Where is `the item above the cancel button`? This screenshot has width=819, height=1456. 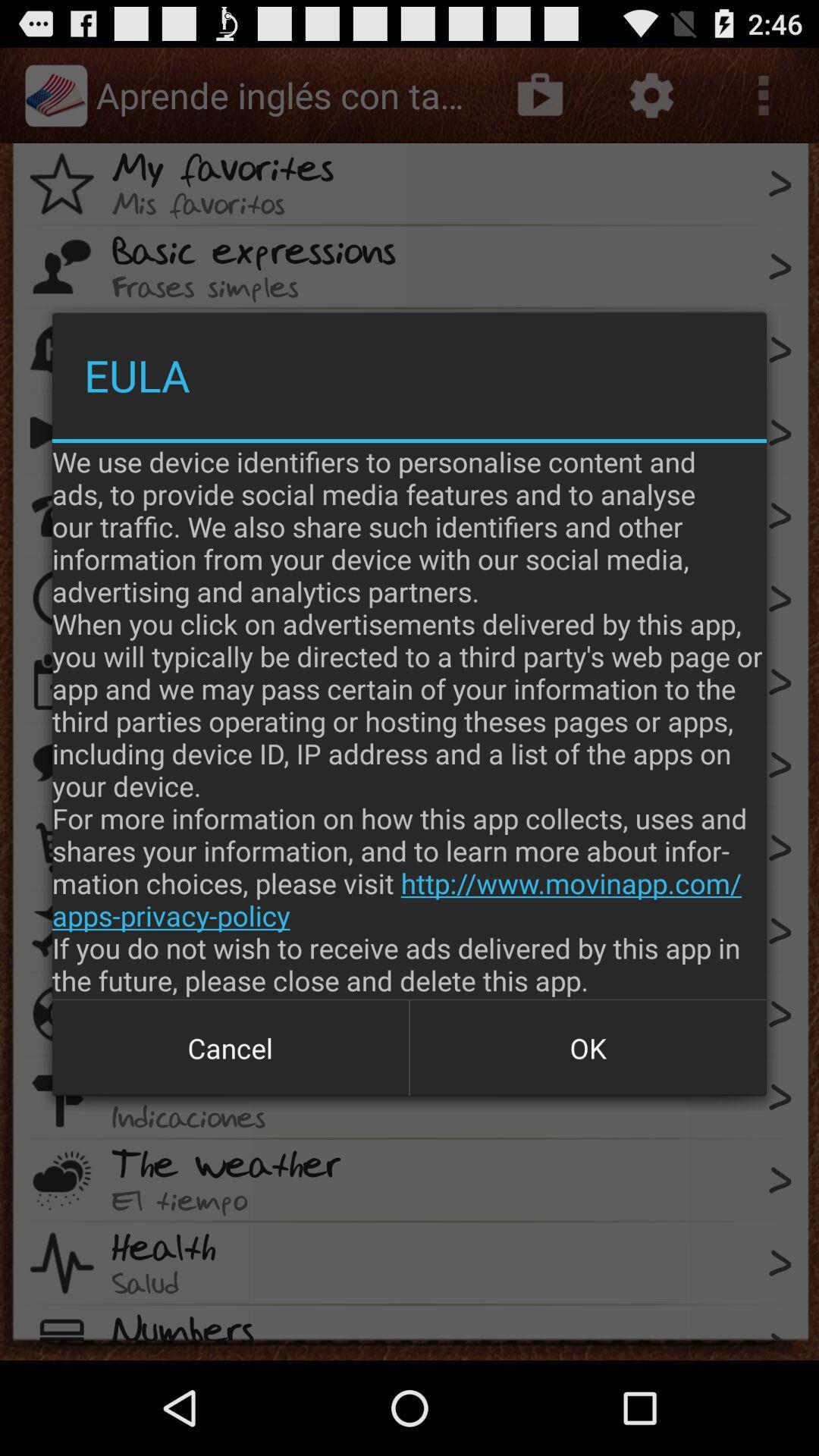 the item above the cancel button is located at coordinates (409, 720).